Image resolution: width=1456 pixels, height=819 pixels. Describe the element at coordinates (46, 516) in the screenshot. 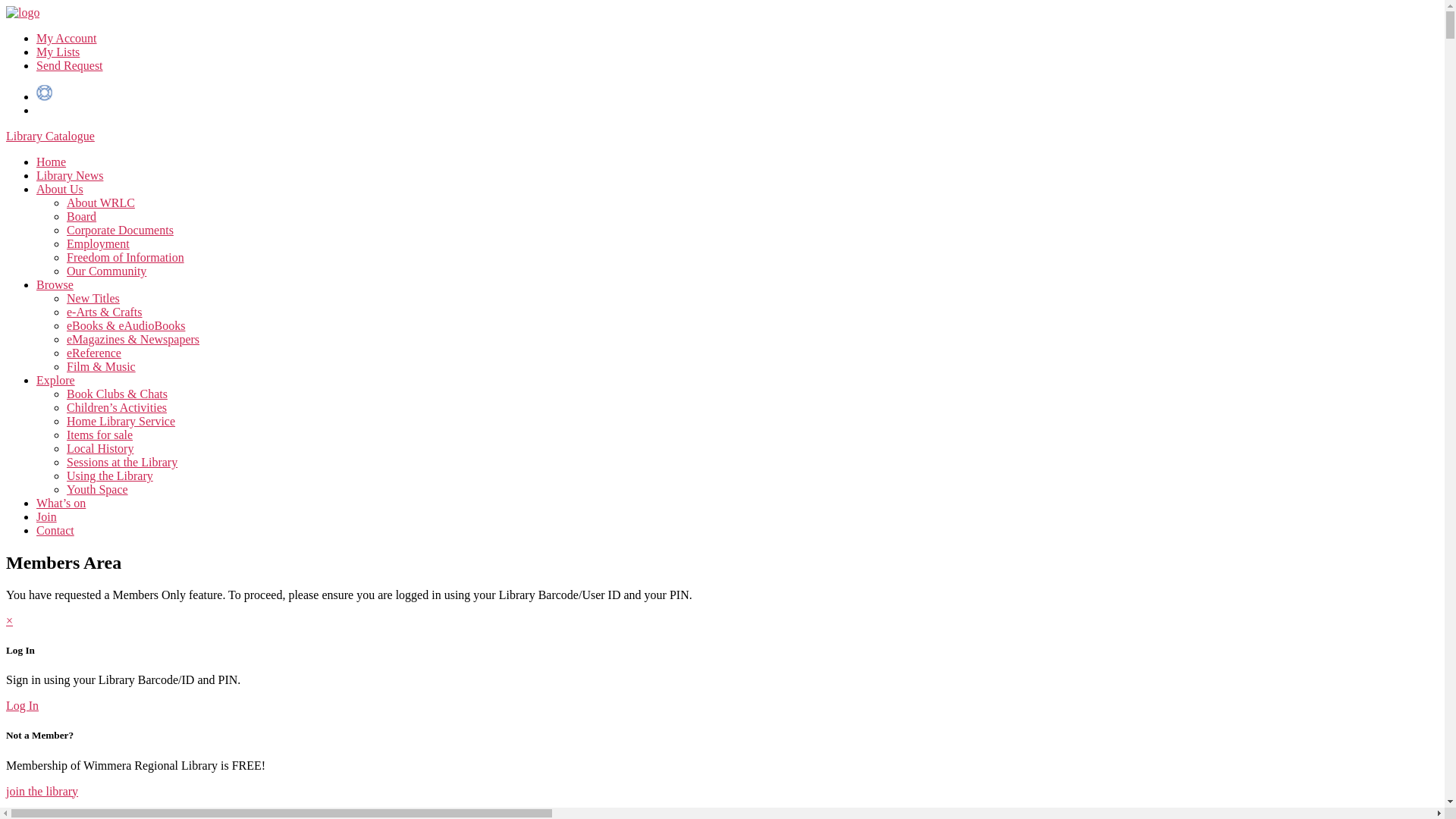

I see `'Join'` at that location.